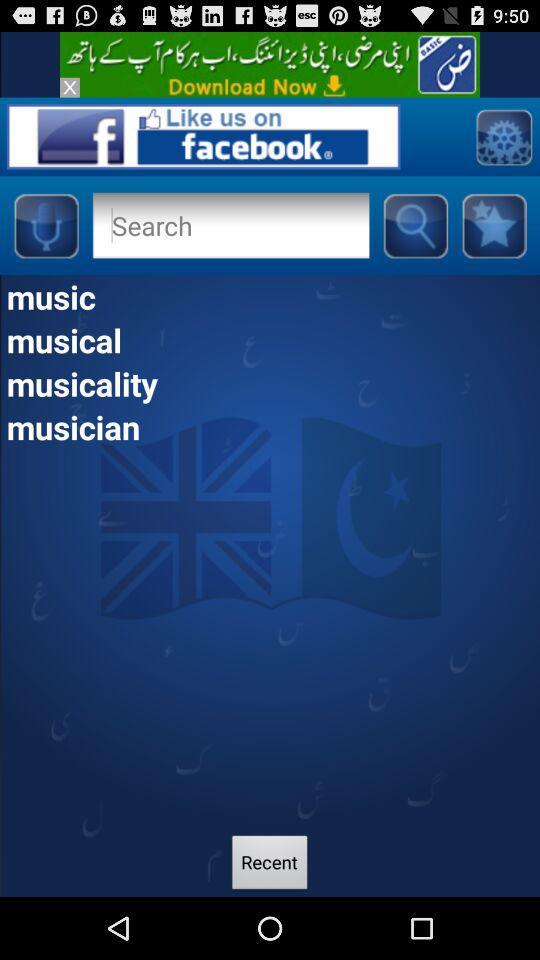  I want to click on button above the recent button, so click(270, 426).